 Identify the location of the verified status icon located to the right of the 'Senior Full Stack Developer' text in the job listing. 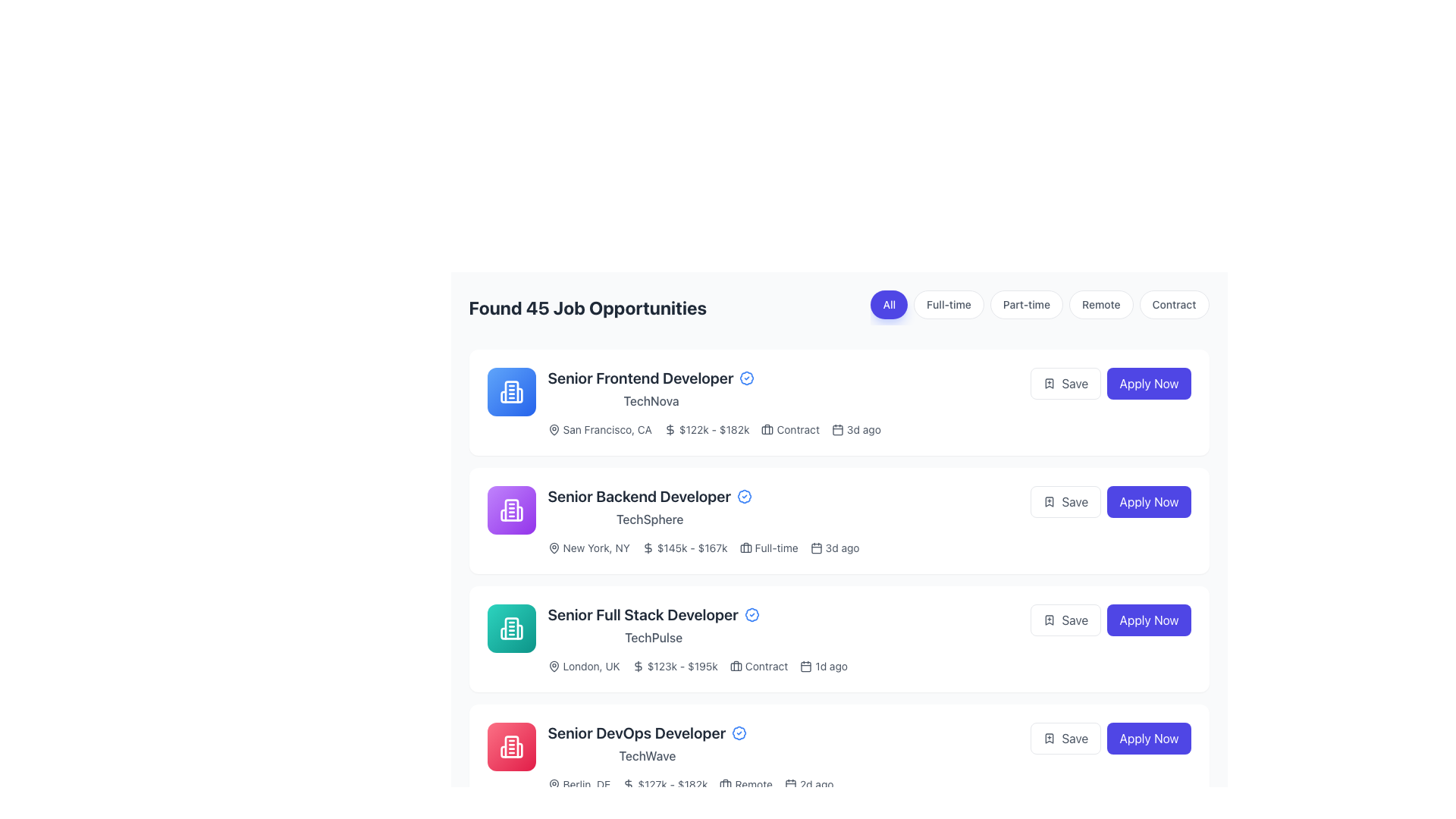
(752, 614).